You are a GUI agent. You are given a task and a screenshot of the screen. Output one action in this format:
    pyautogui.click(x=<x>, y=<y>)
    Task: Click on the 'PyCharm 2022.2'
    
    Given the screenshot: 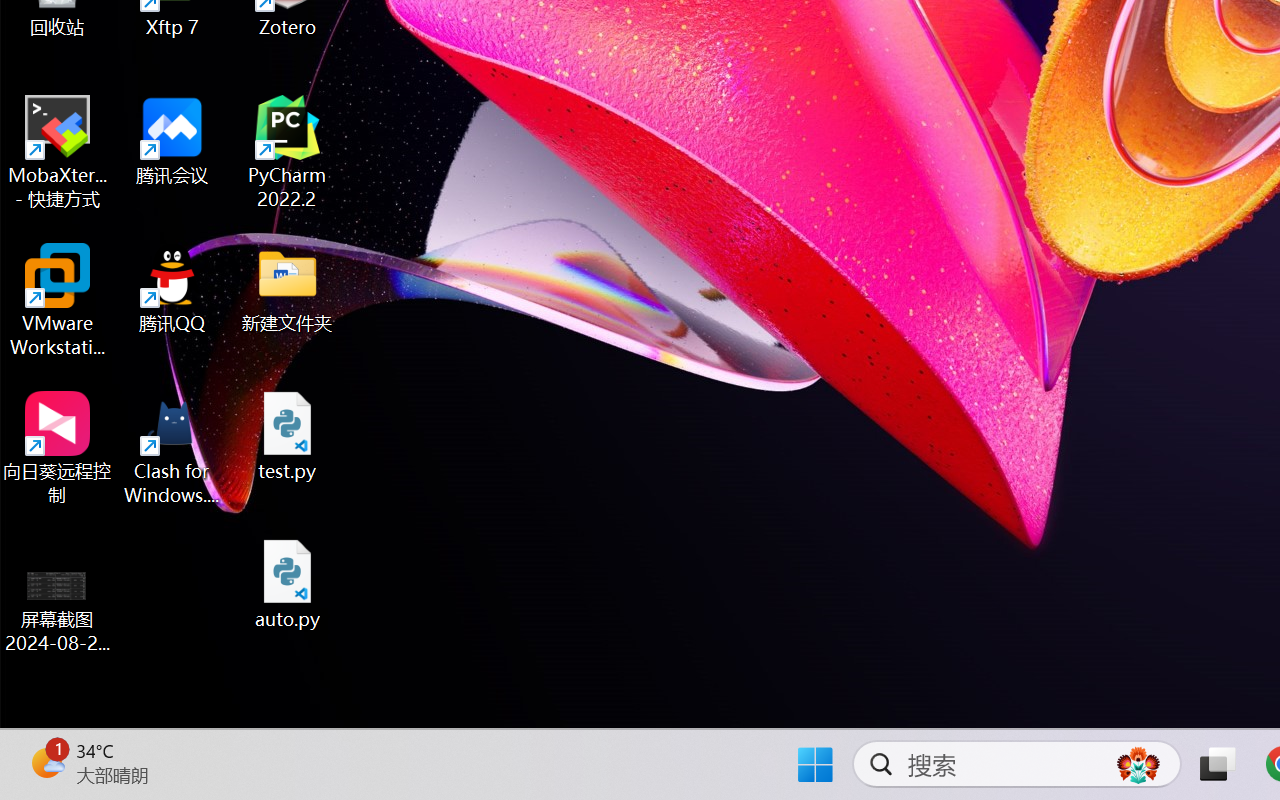 What is the action you would take?
    pyautogui.click(x=287, y=152)
    